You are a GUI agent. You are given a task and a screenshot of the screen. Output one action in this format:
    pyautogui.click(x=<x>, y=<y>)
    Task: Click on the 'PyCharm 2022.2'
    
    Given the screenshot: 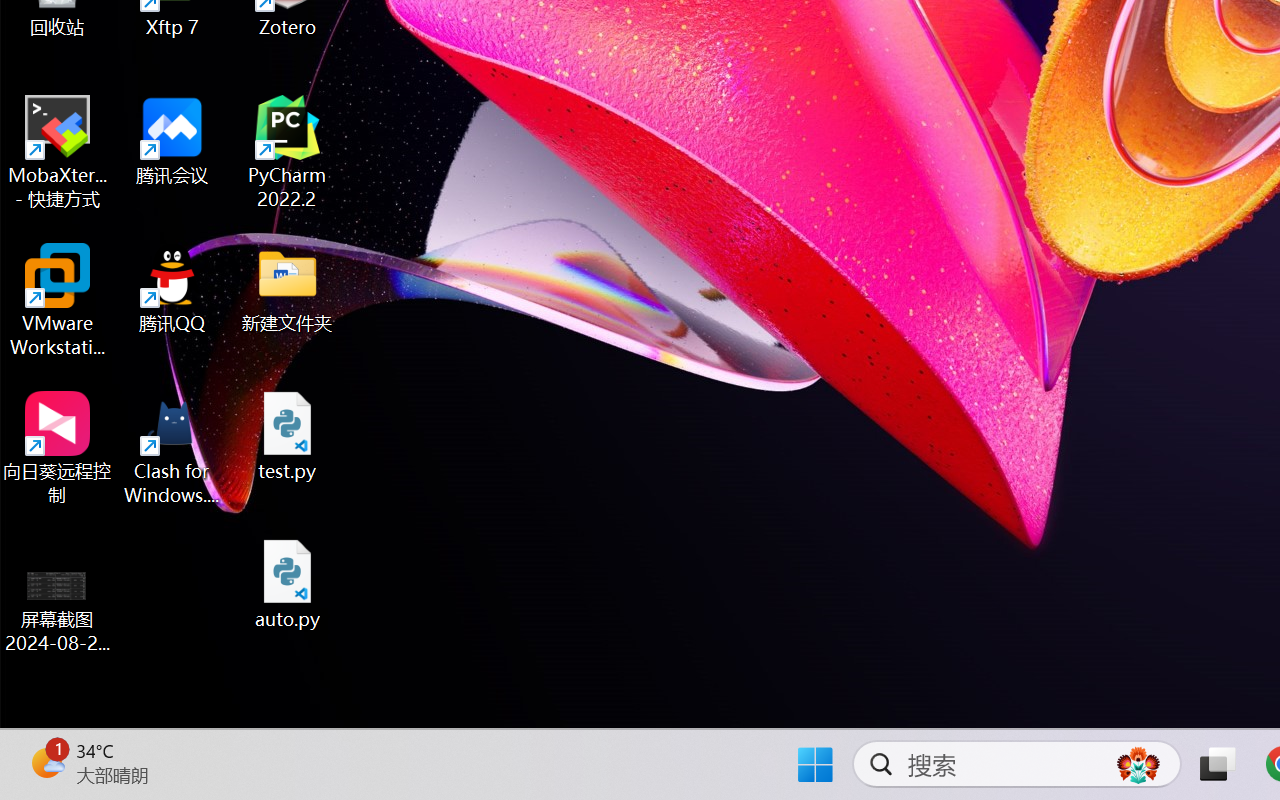 What is the action you would take?
    pyautogui.click(x=287, y=152)
    